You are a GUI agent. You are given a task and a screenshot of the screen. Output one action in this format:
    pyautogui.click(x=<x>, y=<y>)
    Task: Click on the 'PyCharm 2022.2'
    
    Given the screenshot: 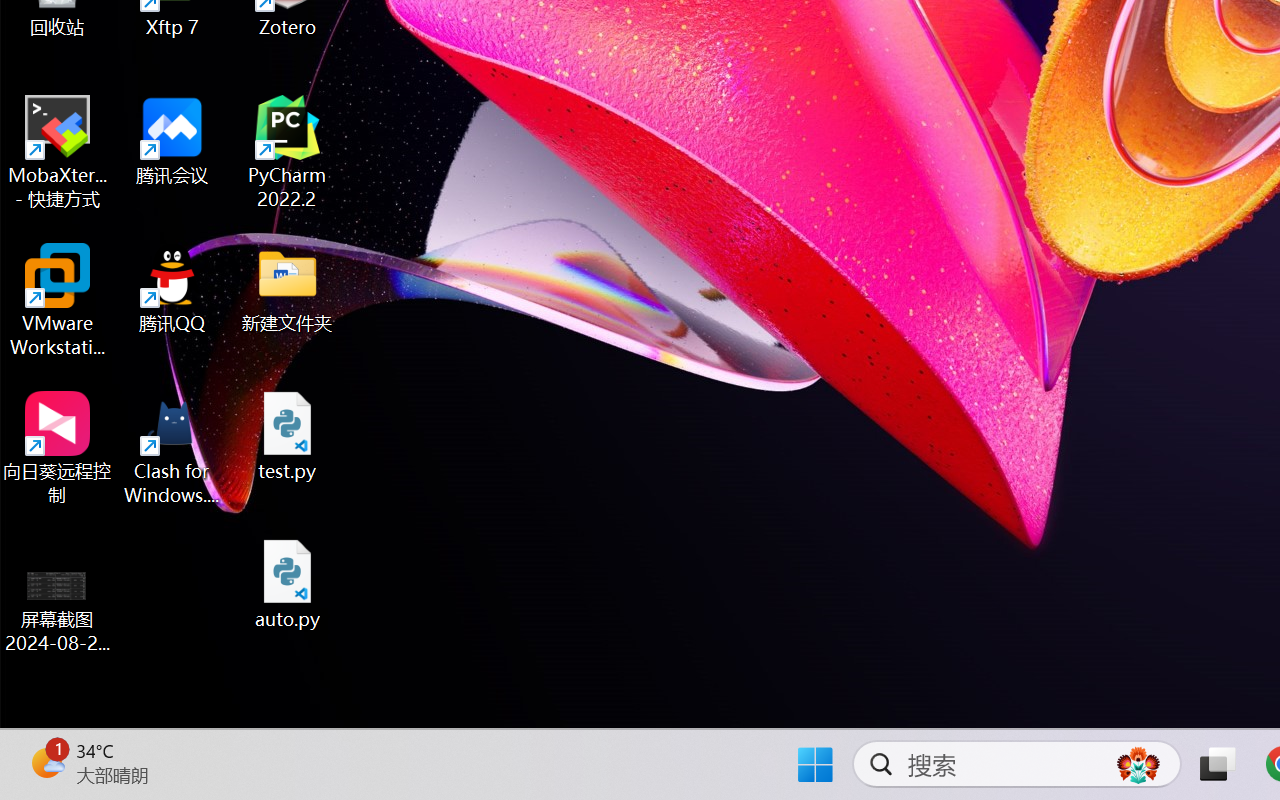 What is the action you would take?
    pyautogui.click(x=287, y=152)
    